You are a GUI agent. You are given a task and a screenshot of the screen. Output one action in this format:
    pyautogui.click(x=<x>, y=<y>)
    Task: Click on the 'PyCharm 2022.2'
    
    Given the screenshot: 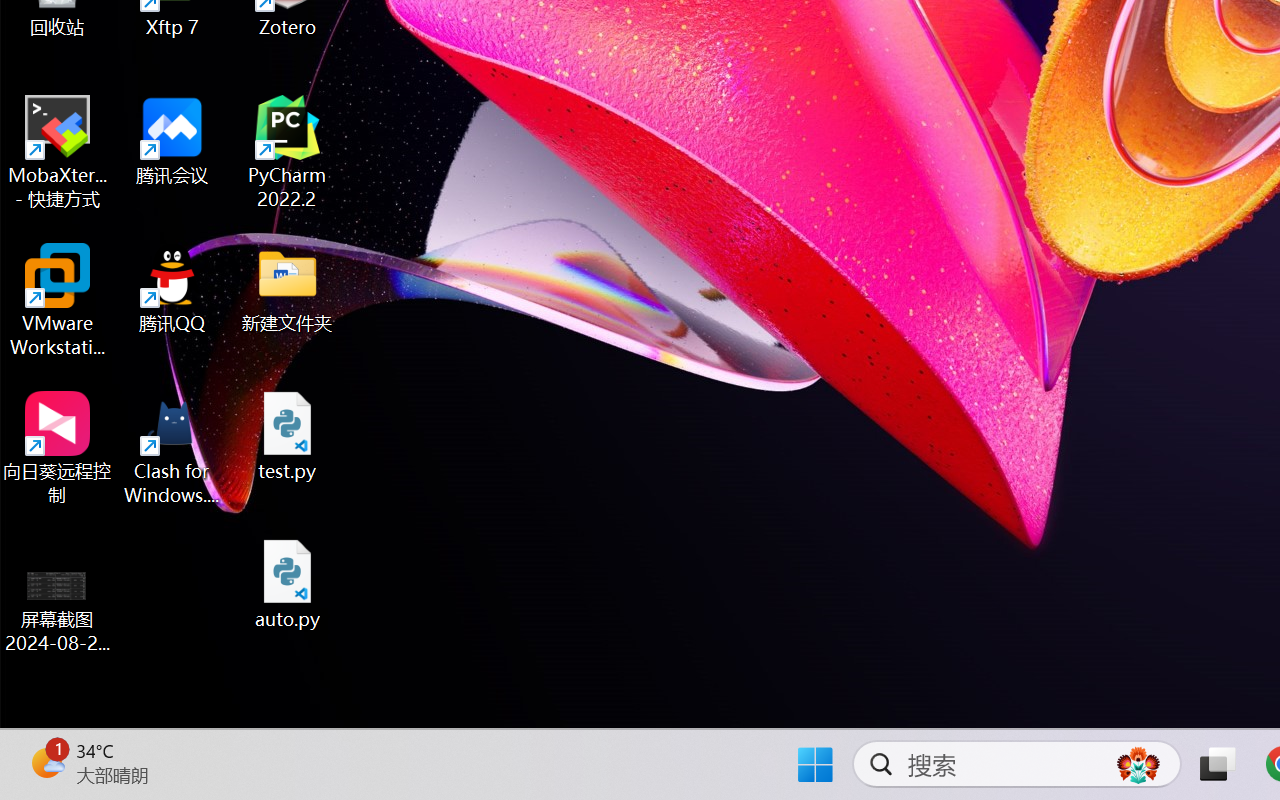 What is the action you would take?
    pyautogui.click(x=287, y=152)
    